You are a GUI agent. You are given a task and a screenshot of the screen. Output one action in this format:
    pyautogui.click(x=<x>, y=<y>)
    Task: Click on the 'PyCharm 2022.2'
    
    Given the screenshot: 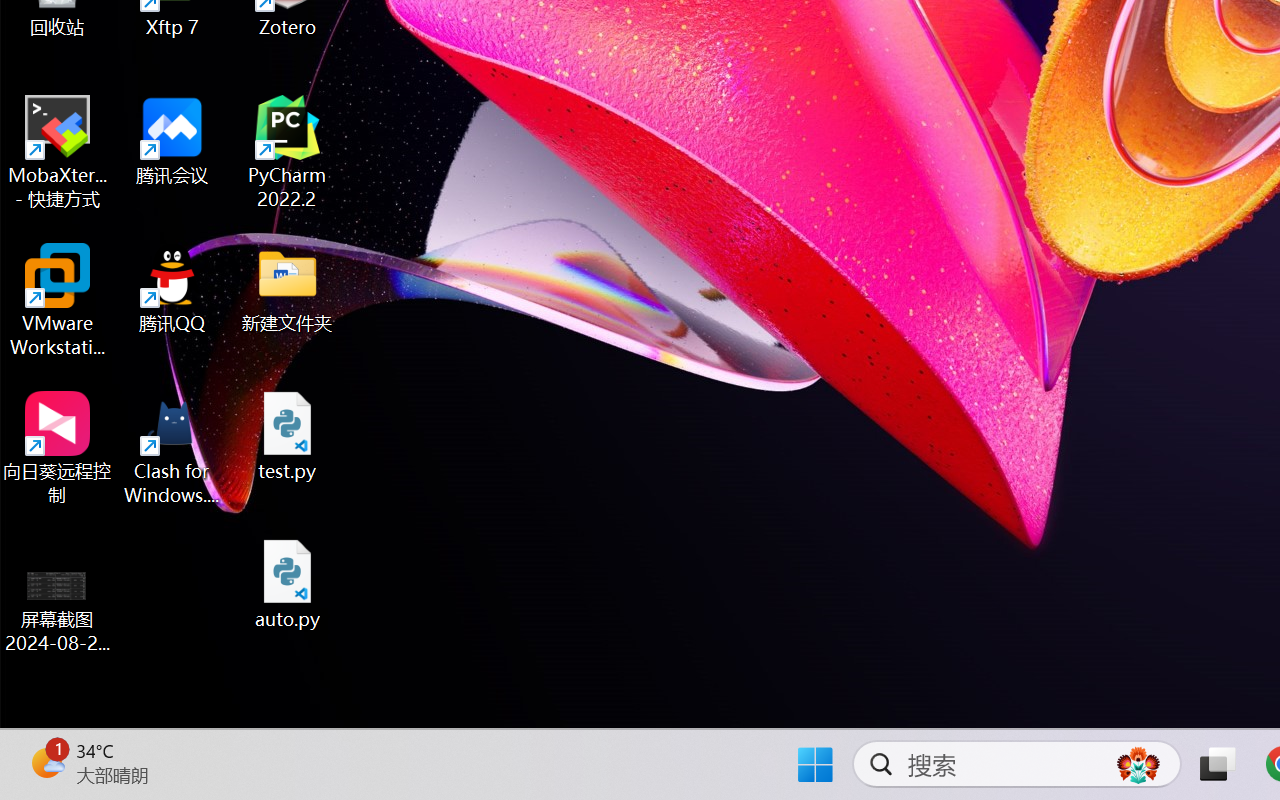 What is the action you would take?
    pyautogui.click(x=287, y=152)
    